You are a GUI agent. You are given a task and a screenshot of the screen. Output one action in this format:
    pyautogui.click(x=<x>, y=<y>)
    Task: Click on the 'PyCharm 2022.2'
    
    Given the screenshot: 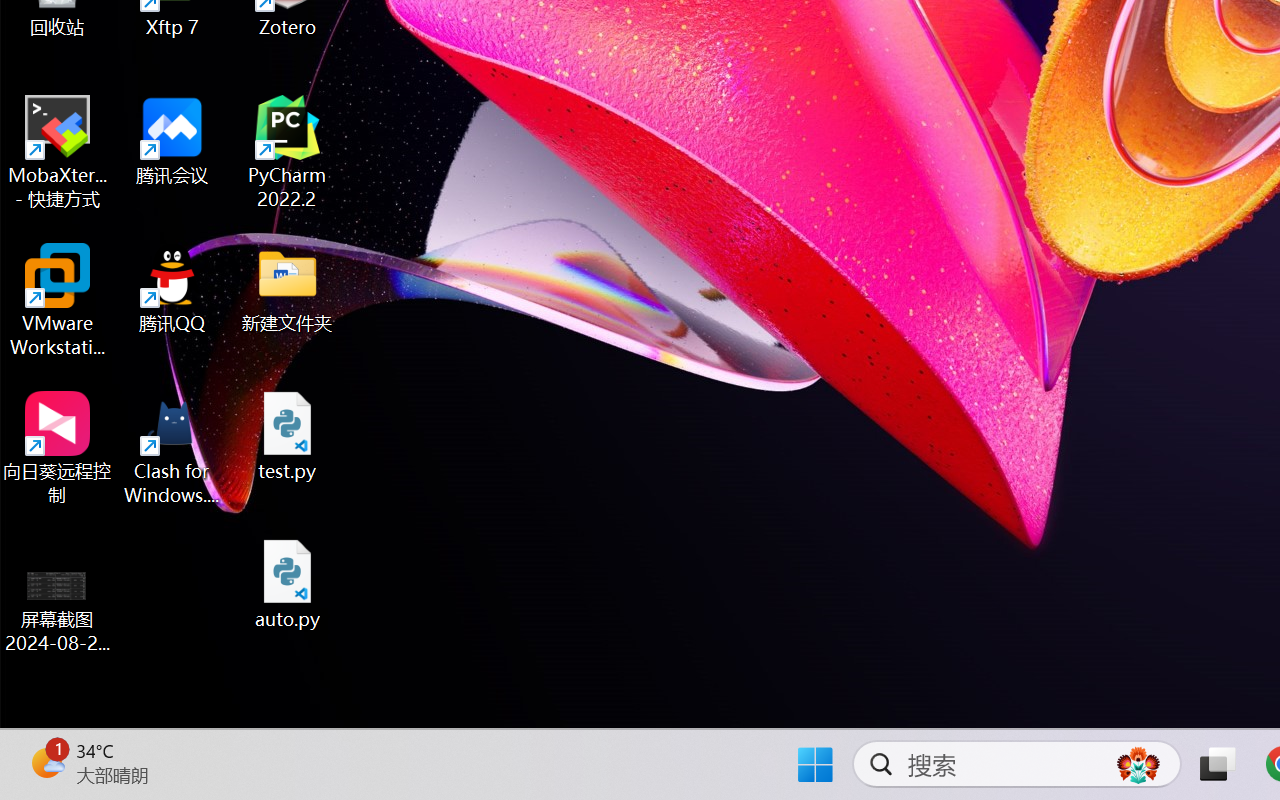 What is the action you would take?
    pyautogui.click(x=287, y=152)
    